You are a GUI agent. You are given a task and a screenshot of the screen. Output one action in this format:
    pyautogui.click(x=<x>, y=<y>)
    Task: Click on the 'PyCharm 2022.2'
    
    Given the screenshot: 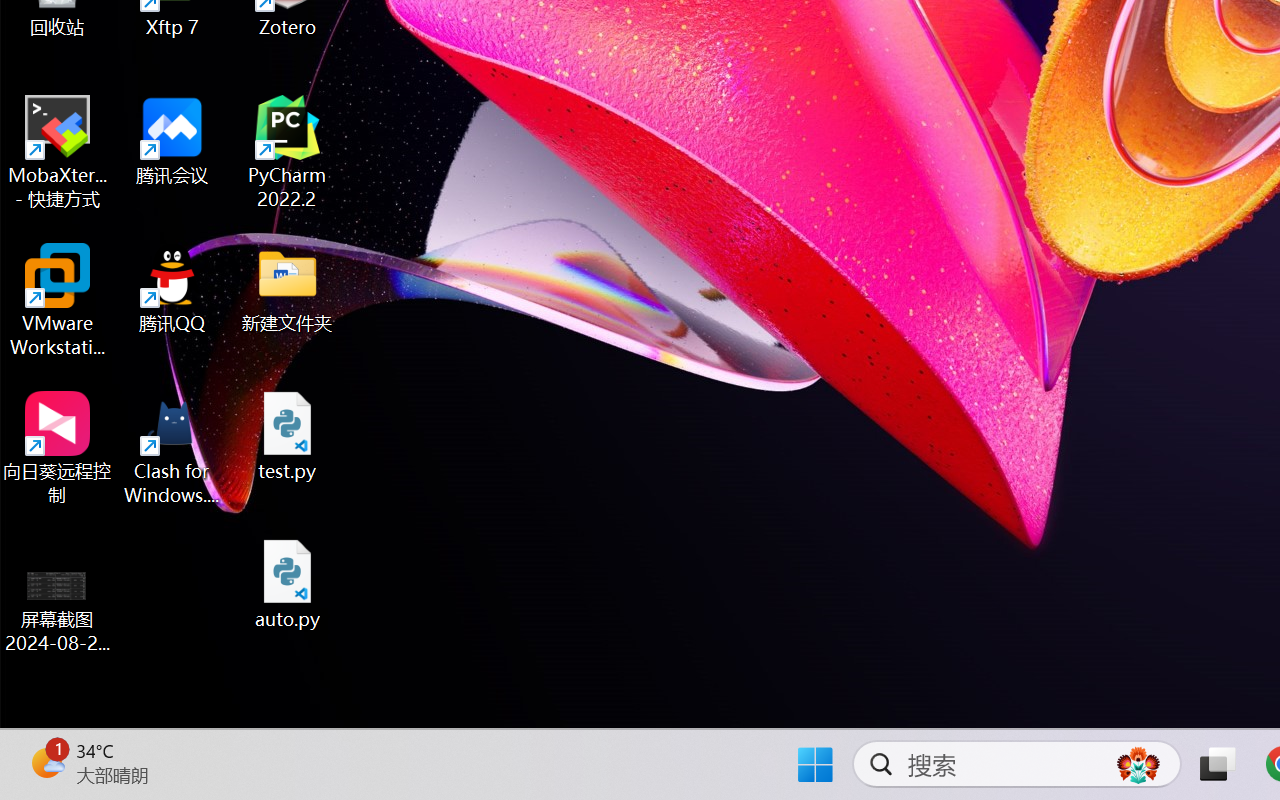 What is the action you would take?
    pyautogui.click(x=287, y=152)
    